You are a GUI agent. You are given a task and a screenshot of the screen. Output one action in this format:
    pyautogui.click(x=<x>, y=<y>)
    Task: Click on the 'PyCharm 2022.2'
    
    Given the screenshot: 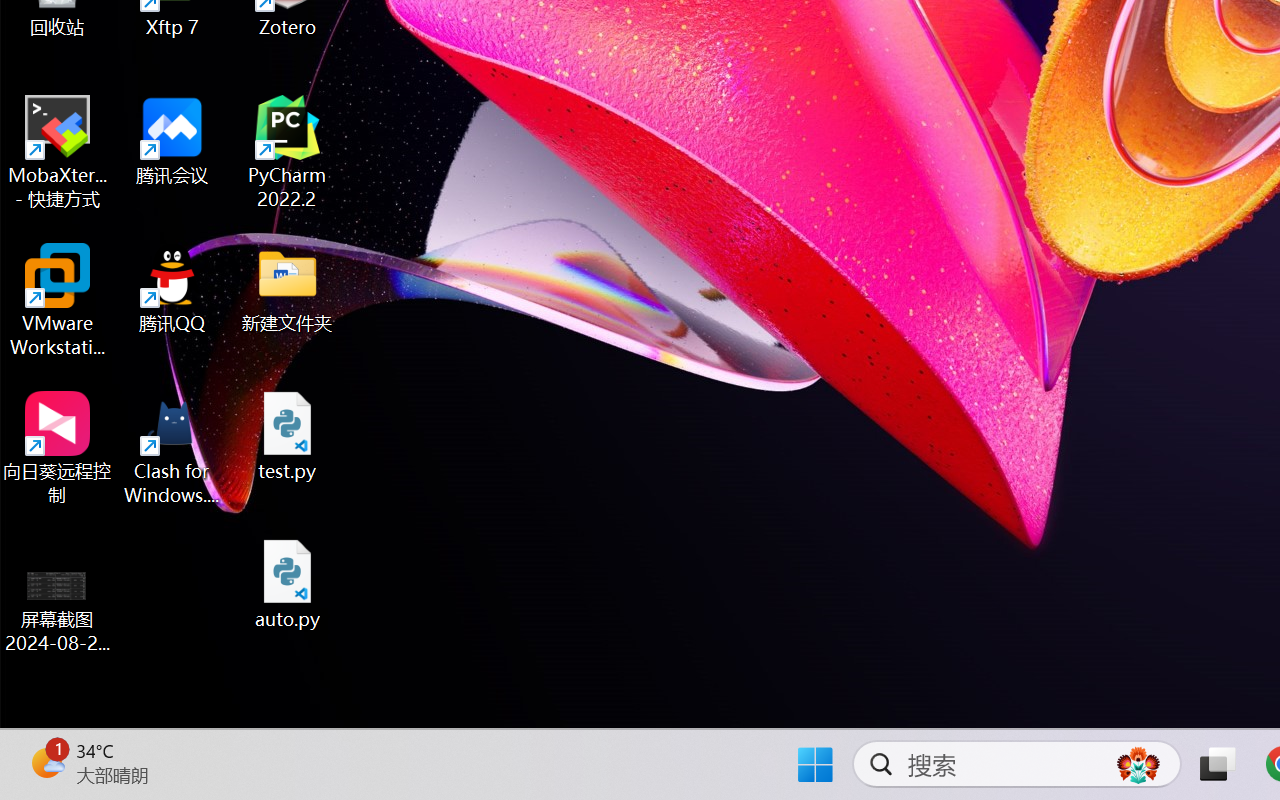 What is the action you would take?
    pyautogui.click(x=287, y=152)
    